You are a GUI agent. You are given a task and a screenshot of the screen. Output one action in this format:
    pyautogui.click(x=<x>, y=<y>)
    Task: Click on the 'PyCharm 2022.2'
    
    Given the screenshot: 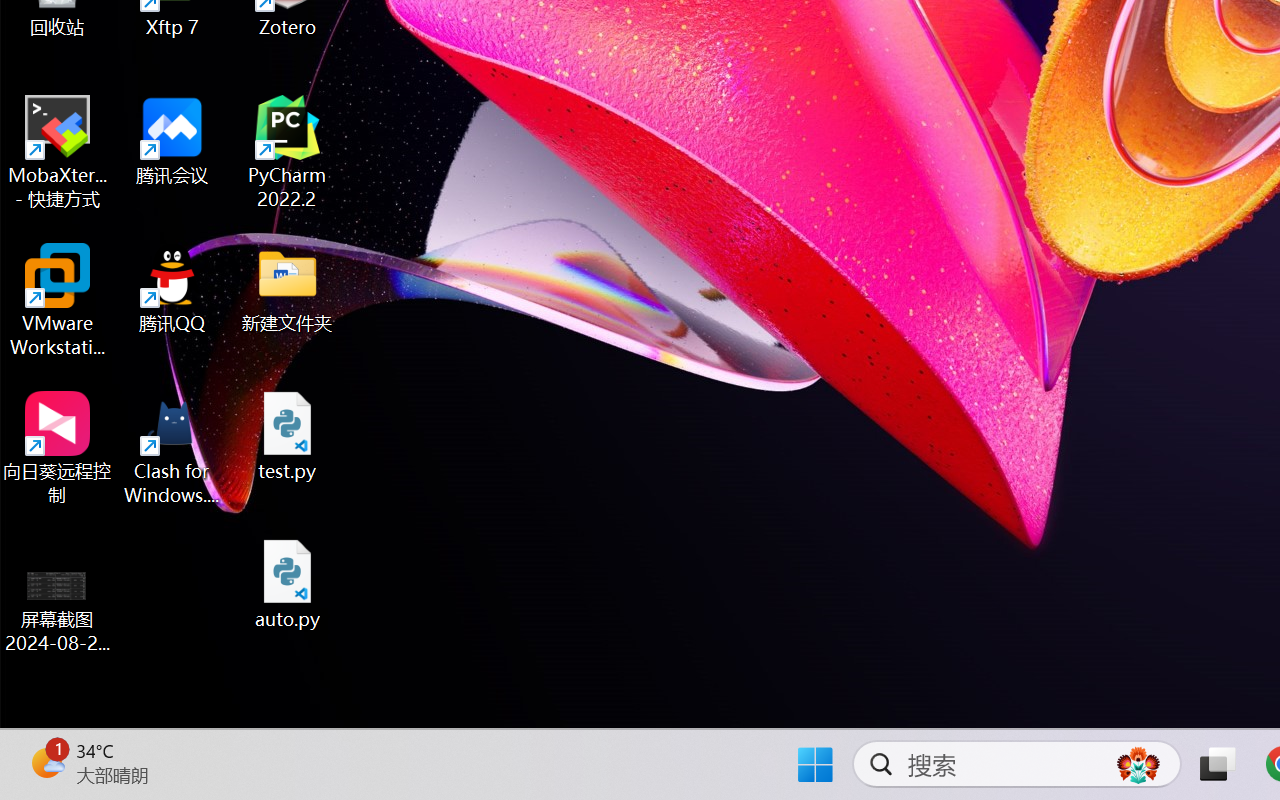 What is the action you would take?
    pyautogui.click(x=287, y=152)
    